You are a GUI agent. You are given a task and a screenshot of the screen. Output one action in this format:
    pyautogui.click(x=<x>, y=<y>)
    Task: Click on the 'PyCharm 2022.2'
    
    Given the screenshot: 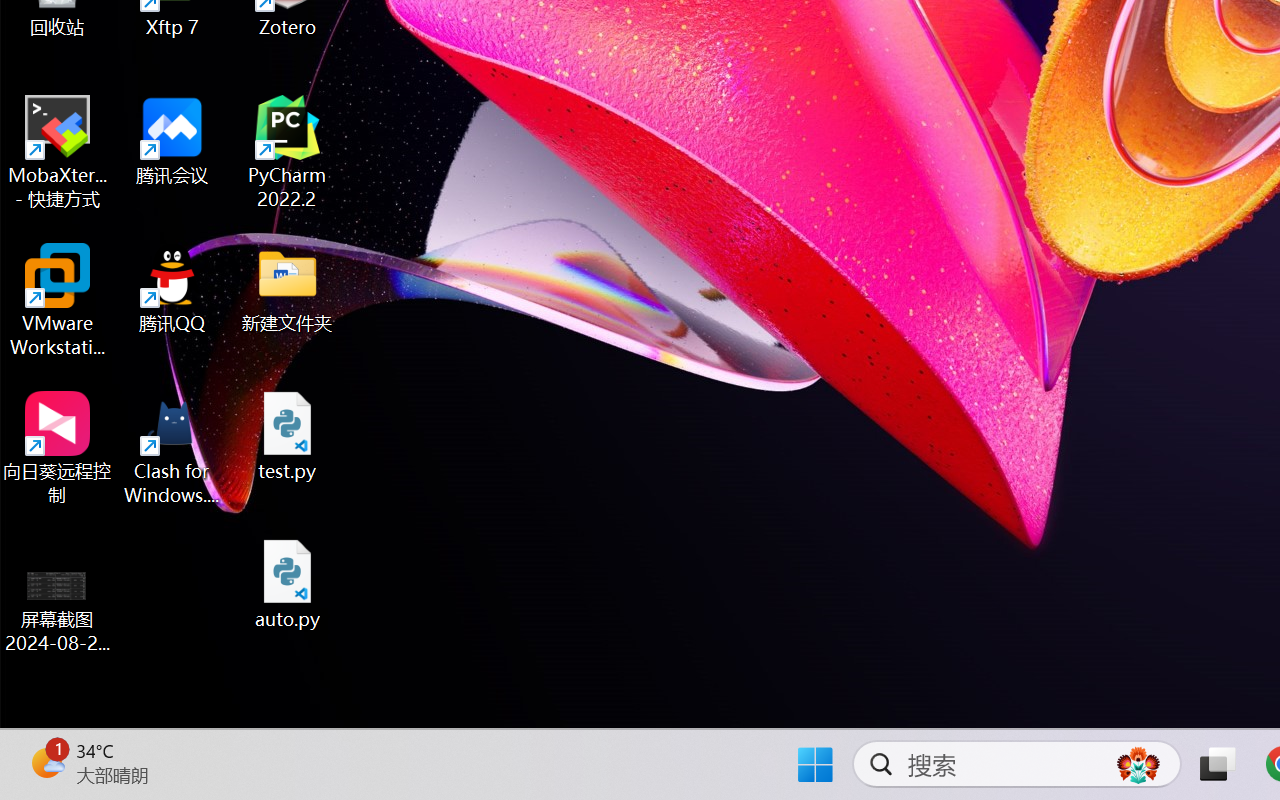 What is the action you would take?
    pyautogui.click(x=287, y=152)
    